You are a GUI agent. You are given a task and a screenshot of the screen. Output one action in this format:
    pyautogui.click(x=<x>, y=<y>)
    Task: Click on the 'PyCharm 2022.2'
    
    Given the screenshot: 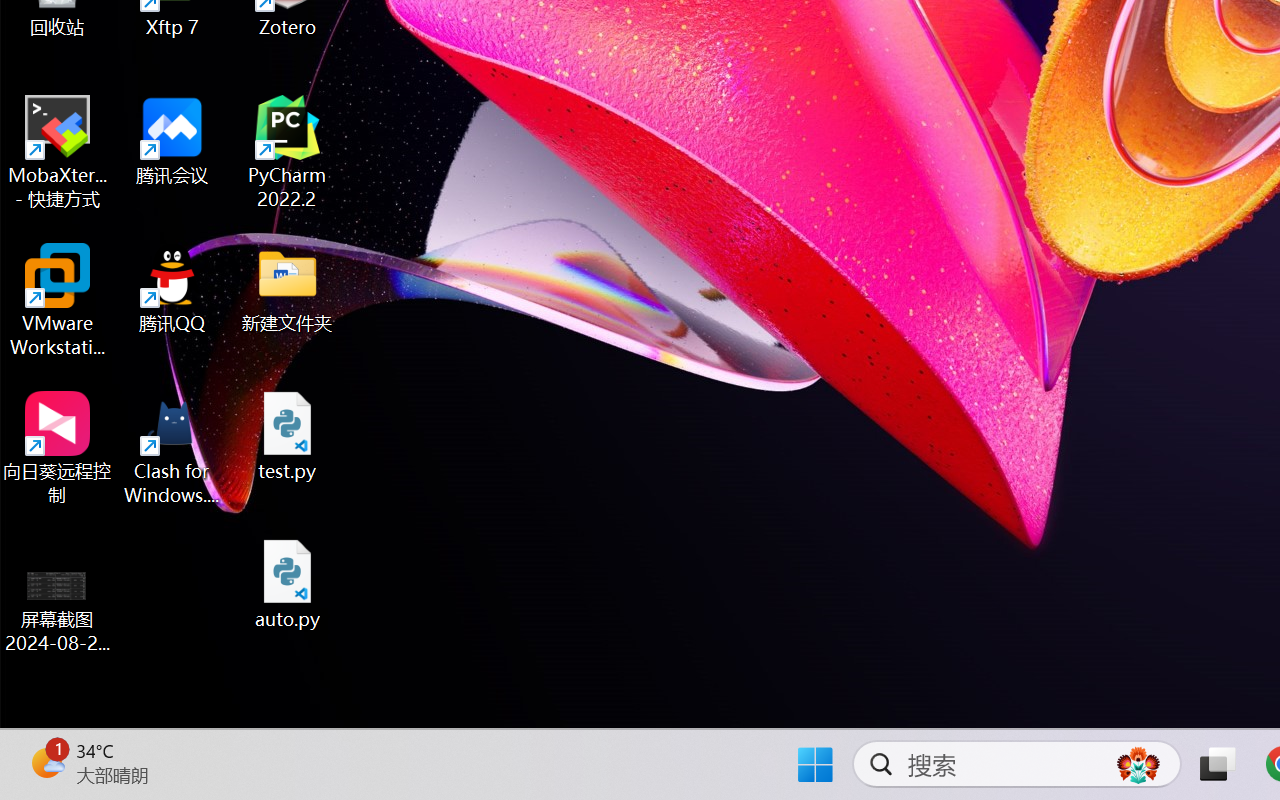 What is the action you would take?
    pyautogui.click(x=287, y=152)
    